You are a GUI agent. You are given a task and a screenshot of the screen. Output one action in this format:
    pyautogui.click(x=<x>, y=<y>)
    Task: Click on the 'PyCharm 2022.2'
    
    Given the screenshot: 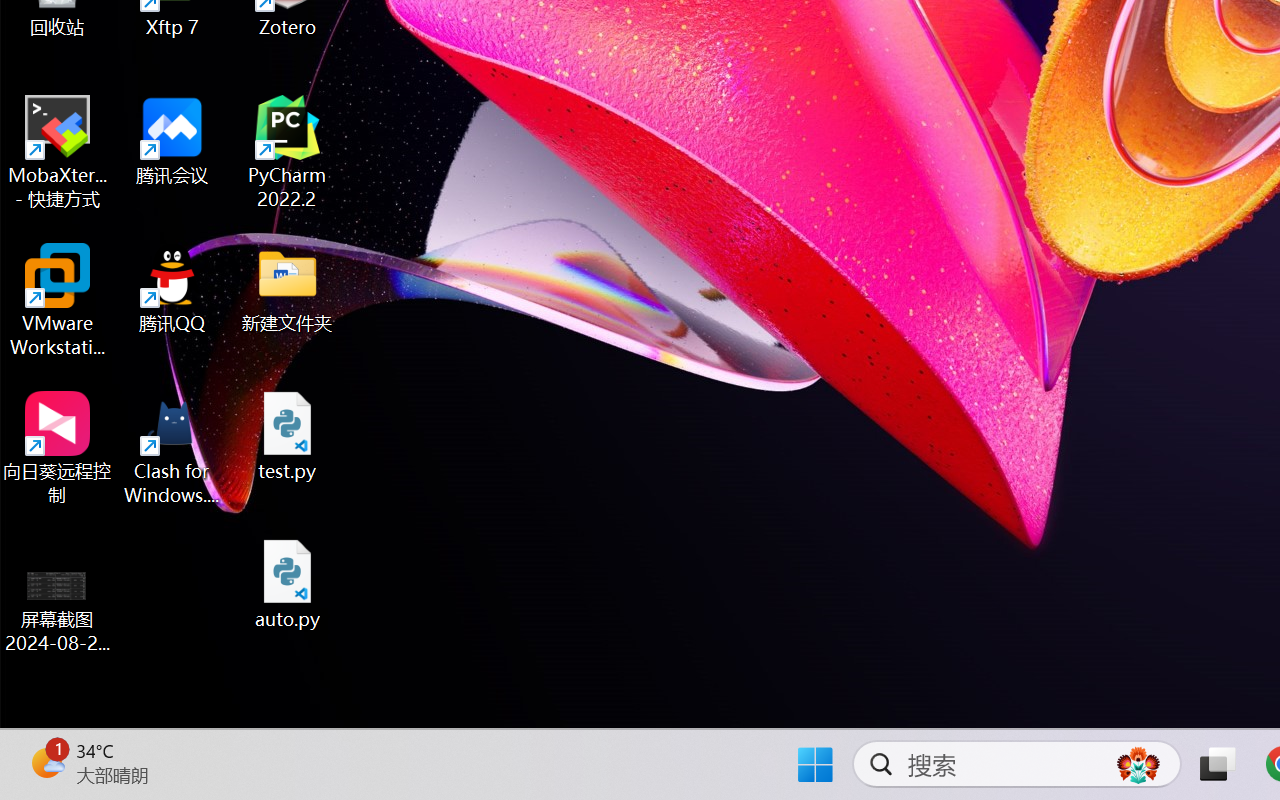 What is the action you would take?
    pyautogui.click(x=287, y=152)
    